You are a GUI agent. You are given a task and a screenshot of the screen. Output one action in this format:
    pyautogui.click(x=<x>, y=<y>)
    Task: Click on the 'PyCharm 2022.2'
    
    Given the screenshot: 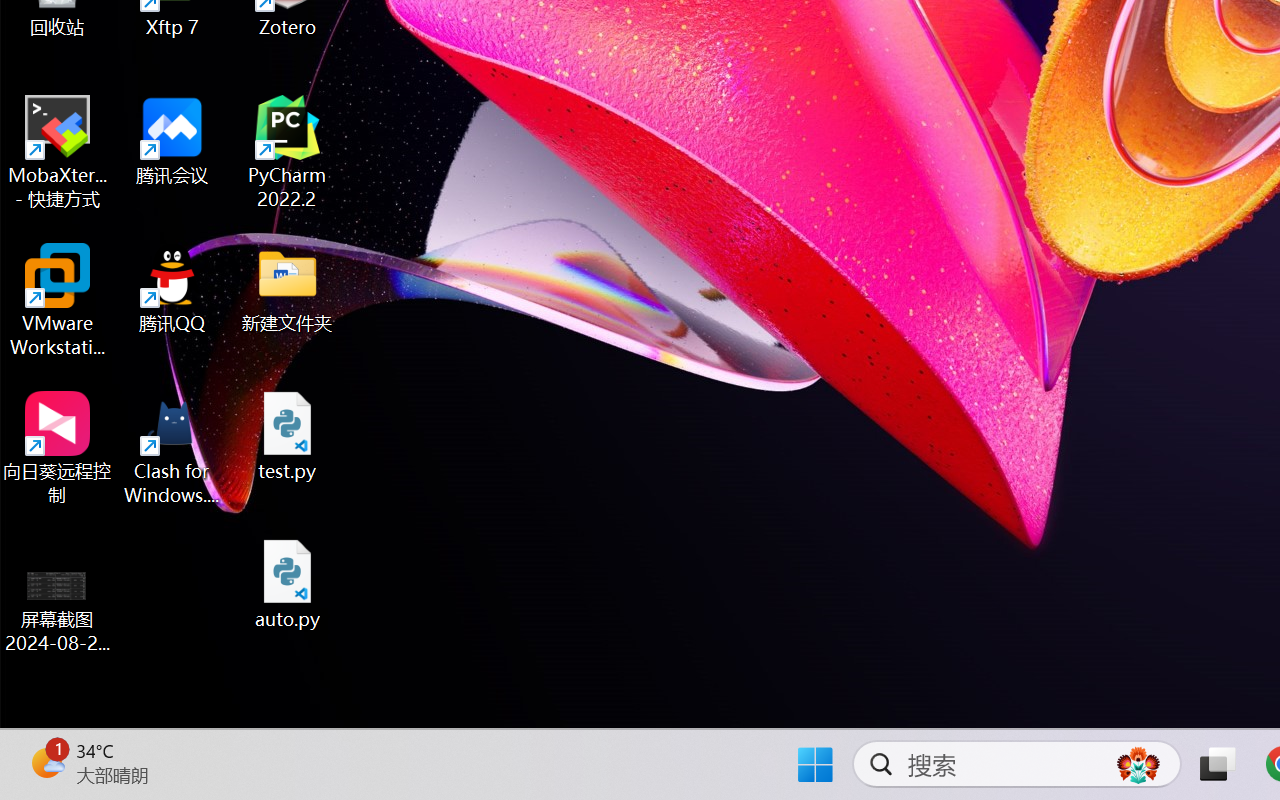 What is the action you would take?
    pyautogui.click(x=287, y=152)
    